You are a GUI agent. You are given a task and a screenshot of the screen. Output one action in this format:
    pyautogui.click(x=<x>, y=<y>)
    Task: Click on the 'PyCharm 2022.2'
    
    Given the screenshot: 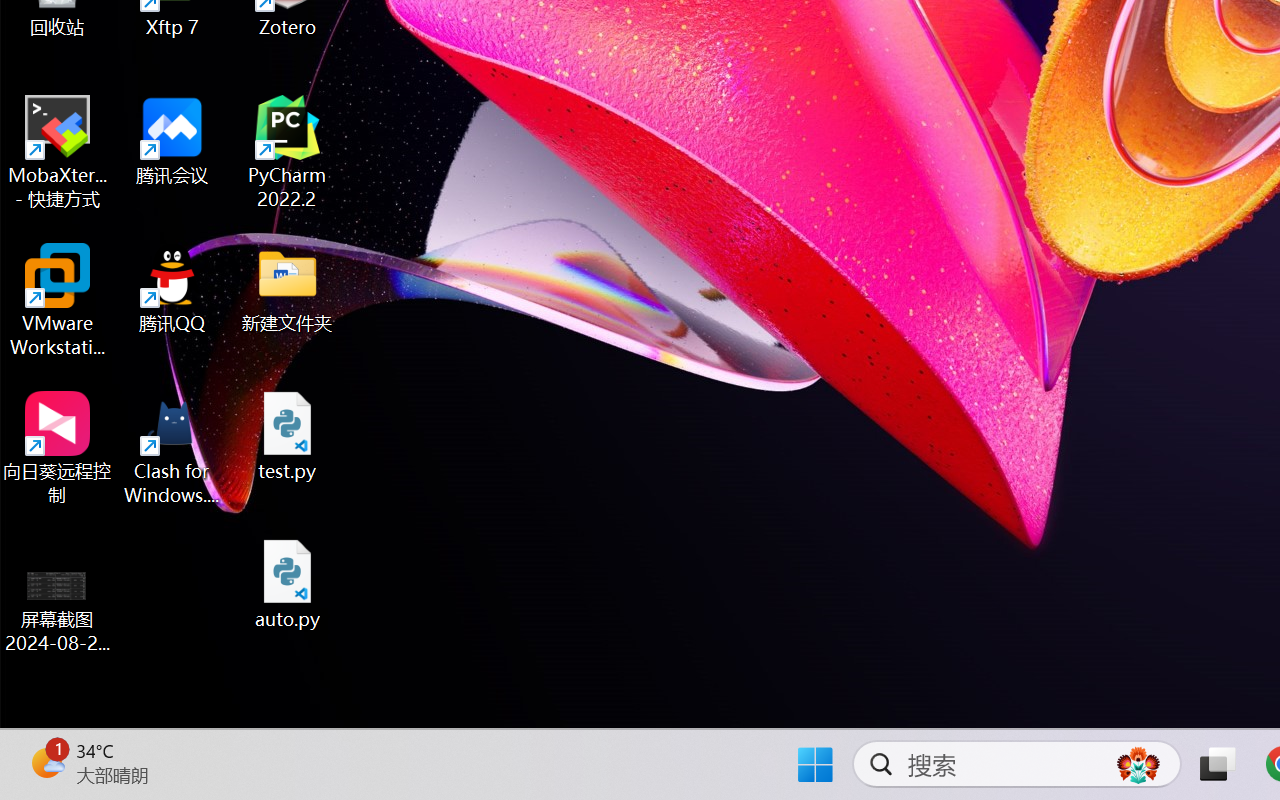 What is the action you would take?
    pyautogui.click(x=287, y=152)
    